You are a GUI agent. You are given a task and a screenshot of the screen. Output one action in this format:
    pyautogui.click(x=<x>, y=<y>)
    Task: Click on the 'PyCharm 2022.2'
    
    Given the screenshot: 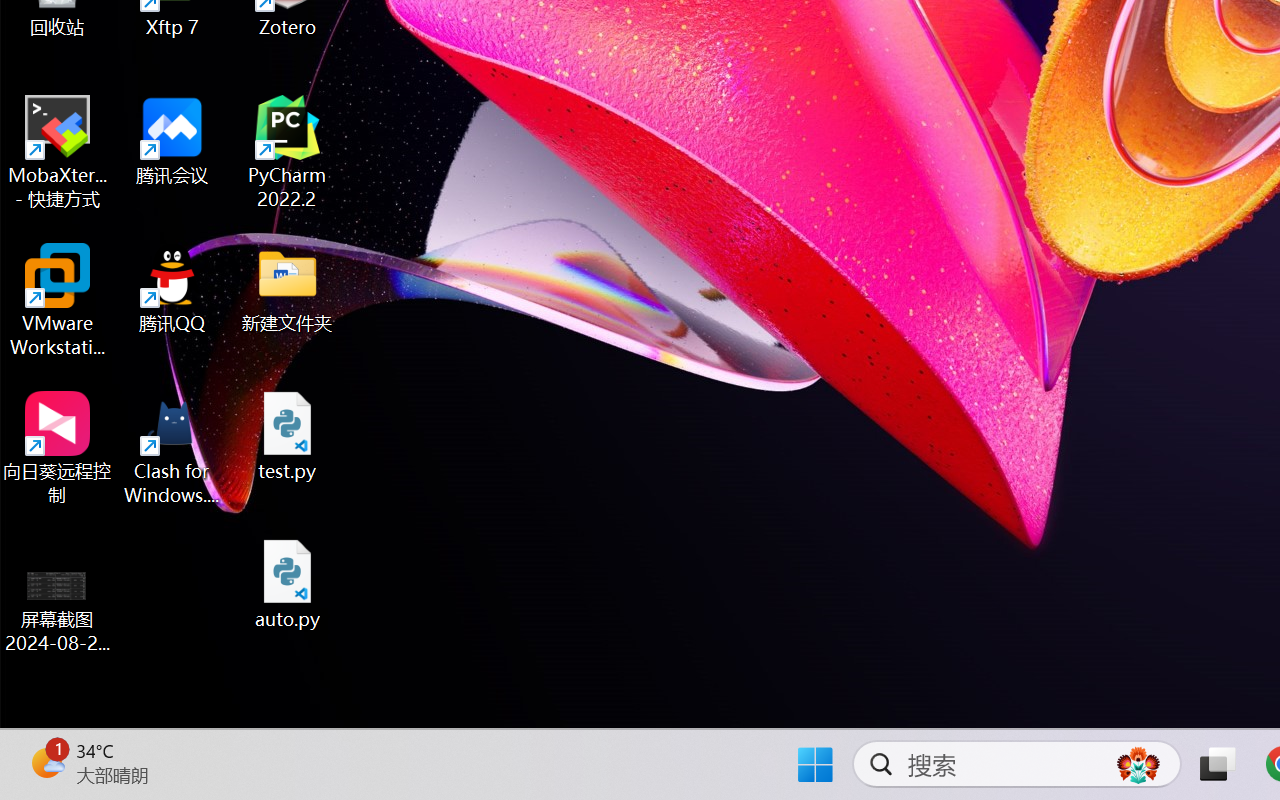 What is the action you would take?
    pyautogui.click(x=287, y=152)
    